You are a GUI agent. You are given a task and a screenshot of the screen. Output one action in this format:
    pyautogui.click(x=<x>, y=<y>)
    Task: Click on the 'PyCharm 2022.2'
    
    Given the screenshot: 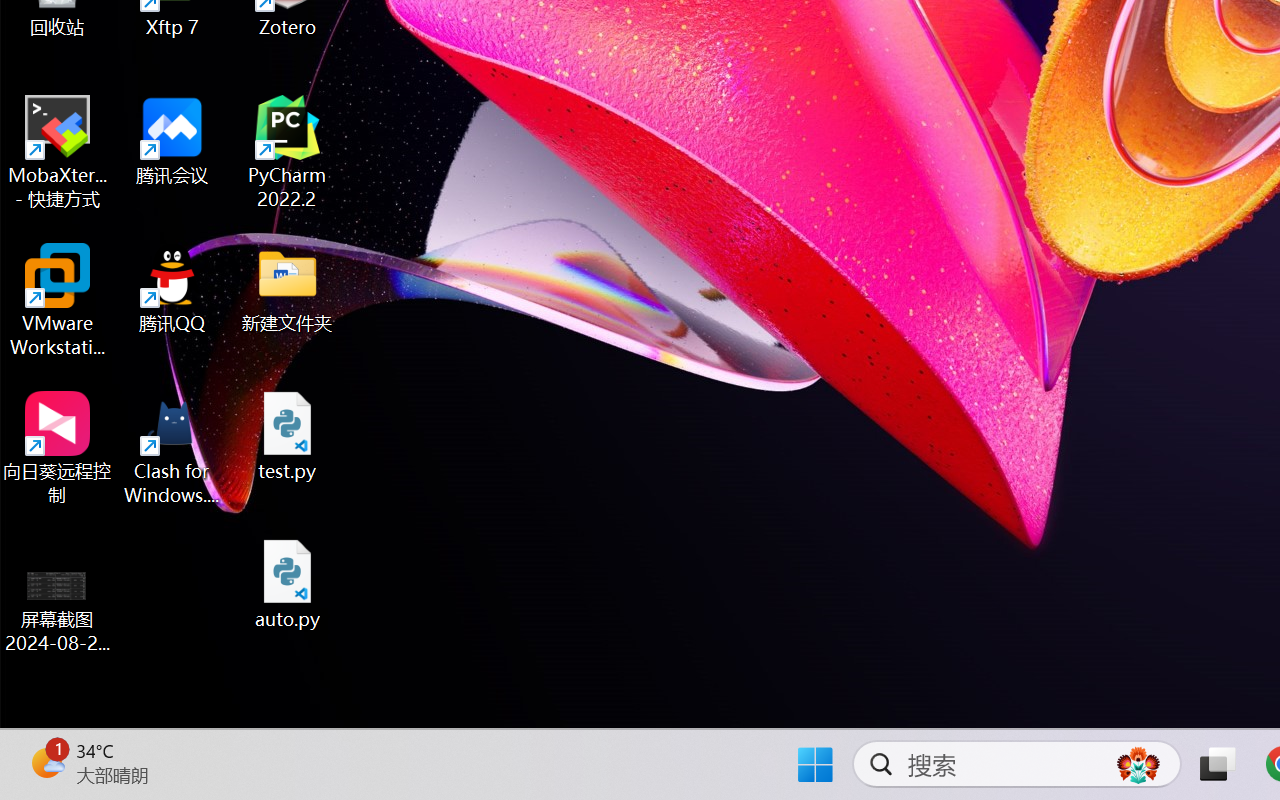 What is the action you would take?
    pyautogui.click(x=287, y=152)
    